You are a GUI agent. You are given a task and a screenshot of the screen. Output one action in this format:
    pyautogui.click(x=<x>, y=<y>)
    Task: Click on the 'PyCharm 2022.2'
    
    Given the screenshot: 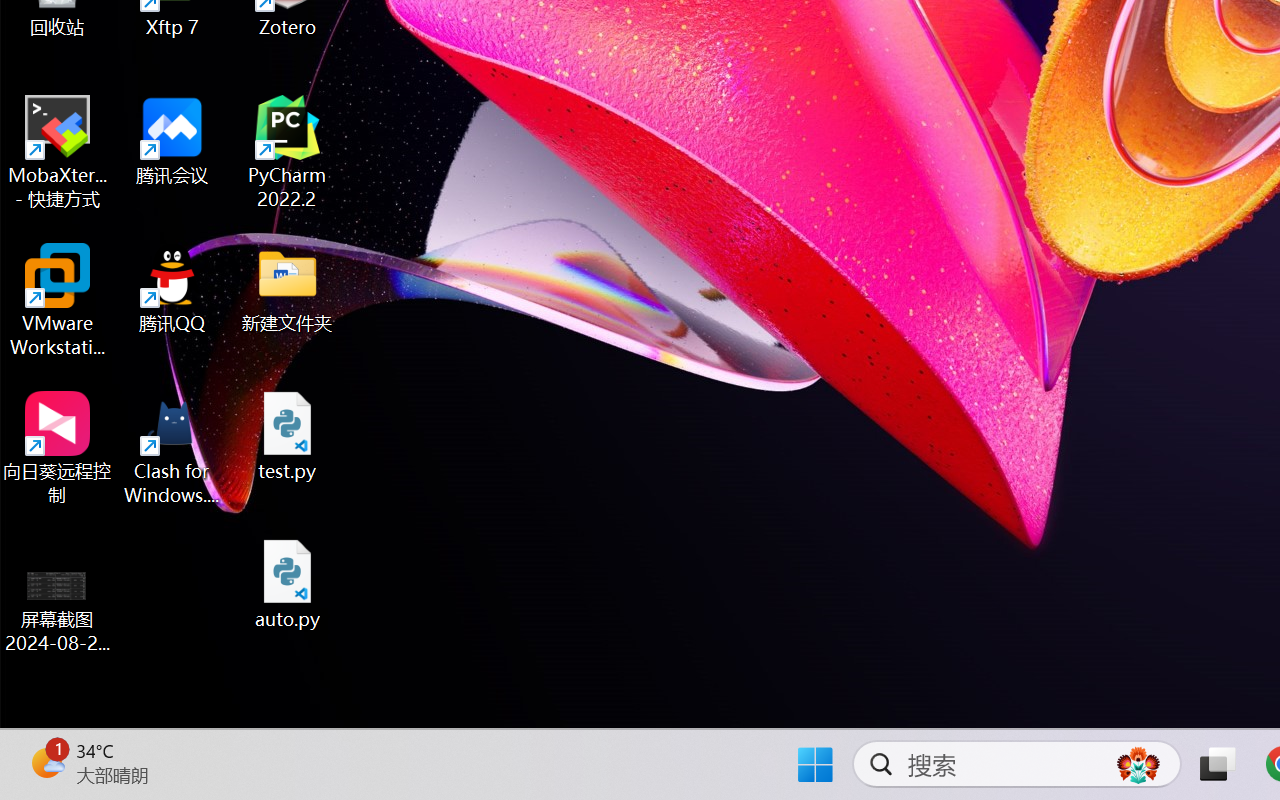 What is the action you would take?
    pyautogui.click(x=287, y=152)
    